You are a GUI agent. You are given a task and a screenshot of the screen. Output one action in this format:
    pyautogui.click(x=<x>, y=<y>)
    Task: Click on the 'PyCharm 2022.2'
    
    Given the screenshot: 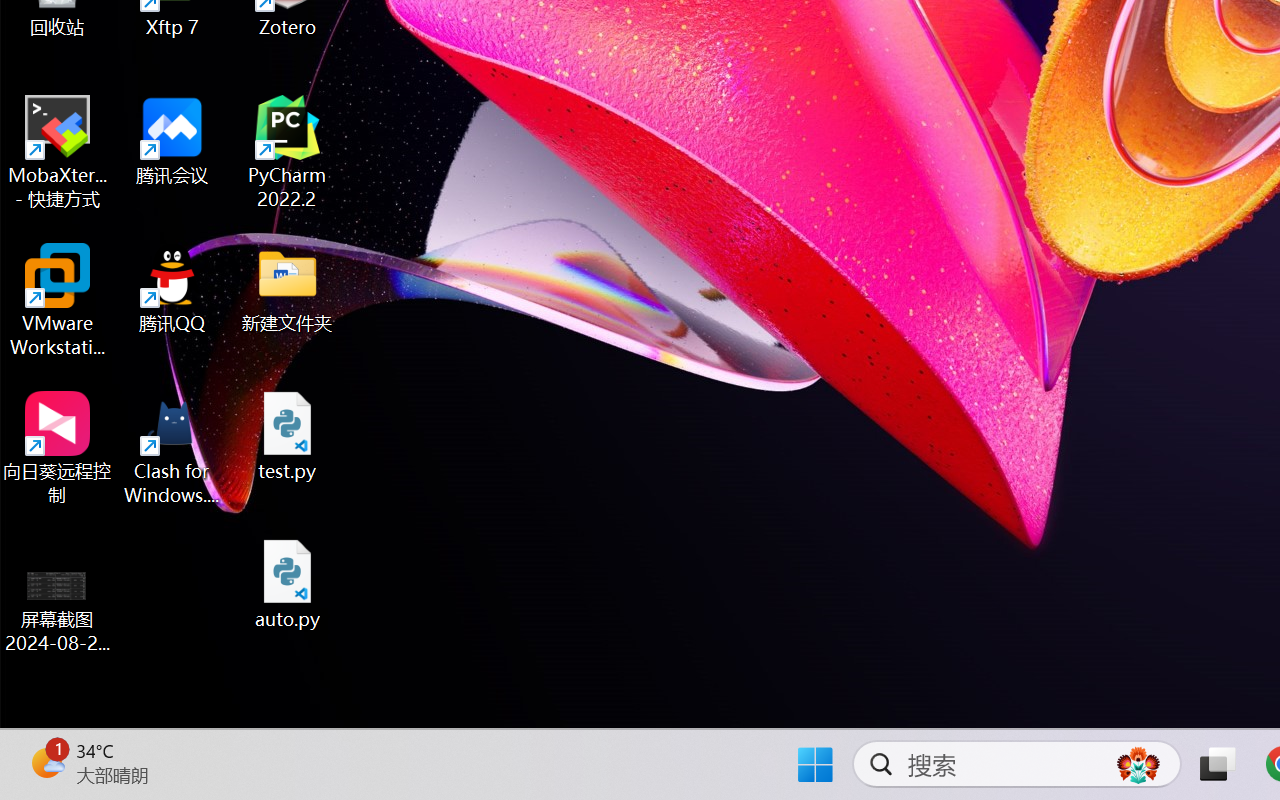 What is the action you would take?
    pyautogui.click(x=287, y=152)
    